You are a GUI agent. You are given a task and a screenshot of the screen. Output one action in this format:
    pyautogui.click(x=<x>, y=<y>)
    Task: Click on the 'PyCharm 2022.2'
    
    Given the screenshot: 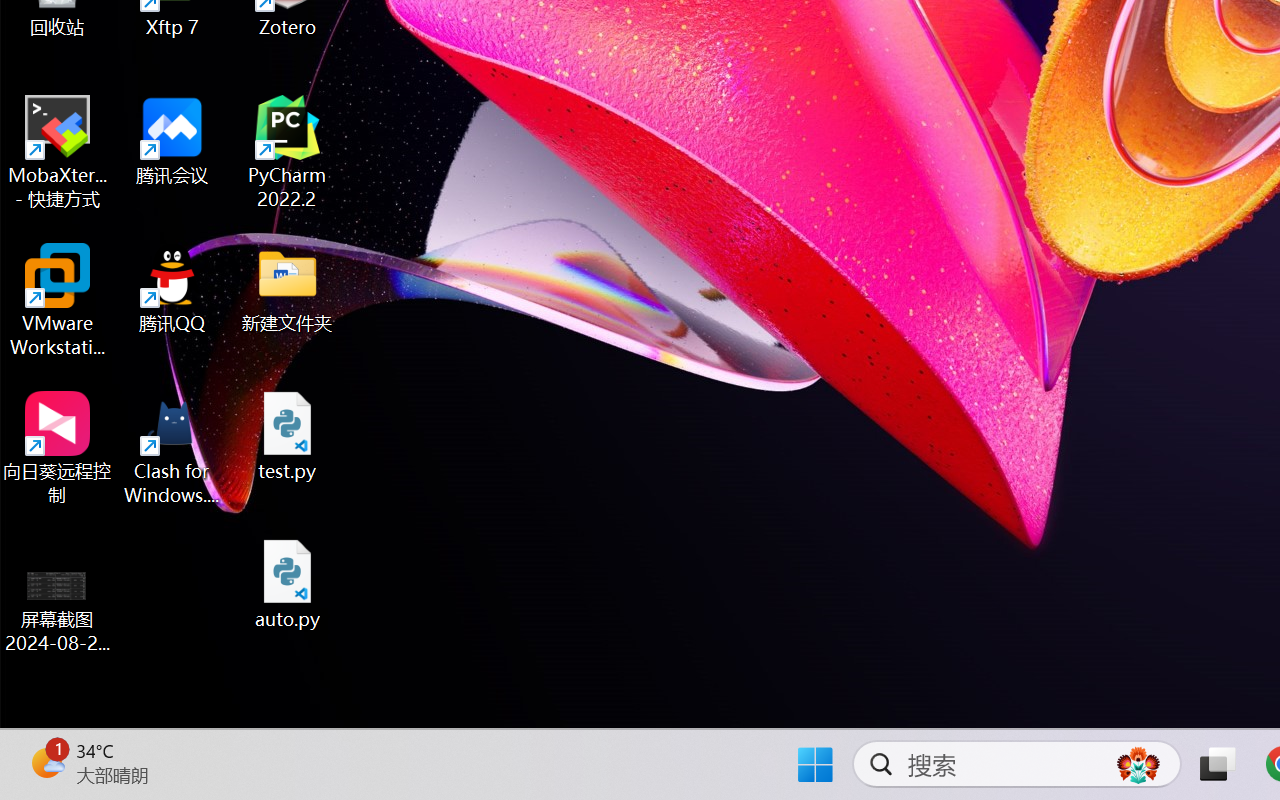 What is the action you would take?
    pyautogui.click(x=287, y=152)
    